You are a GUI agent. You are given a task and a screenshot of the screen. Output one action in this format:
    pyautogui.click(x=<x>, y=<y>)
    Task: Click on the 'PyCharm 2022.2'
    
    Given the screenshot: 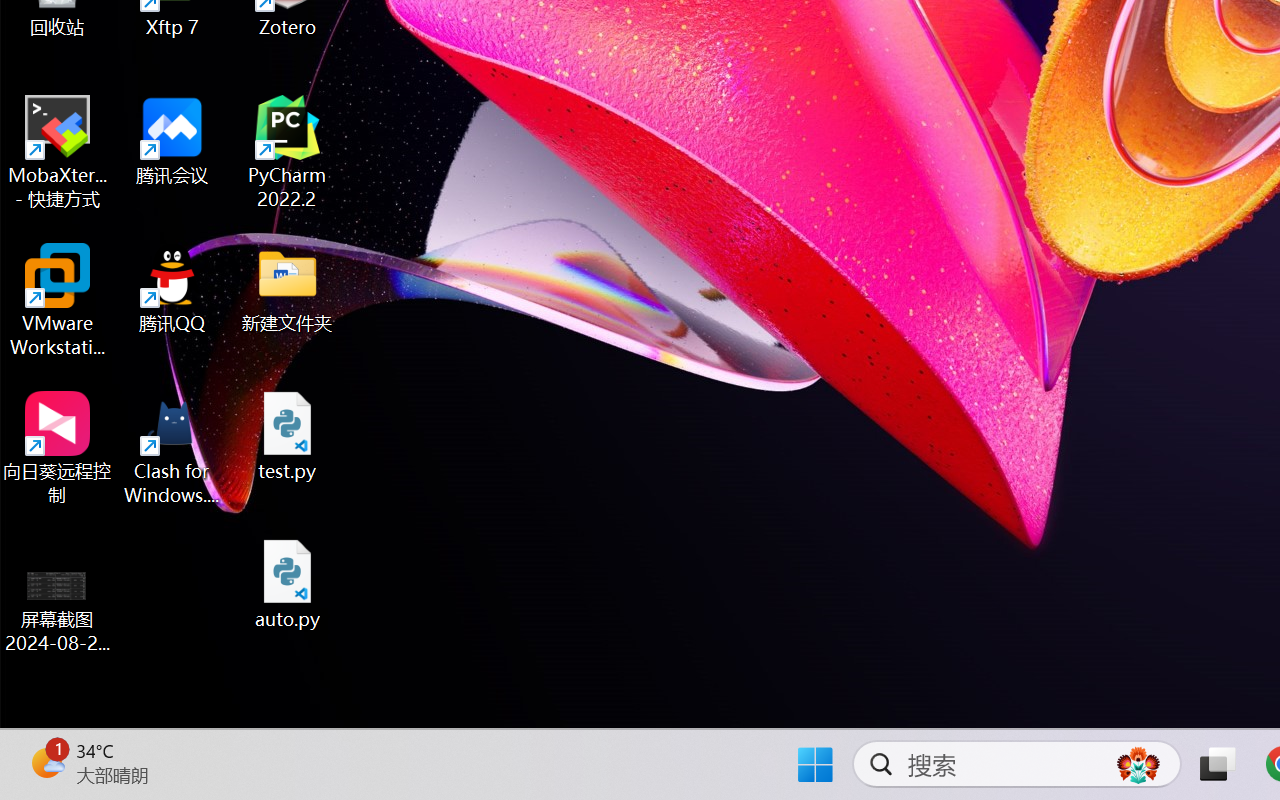 What is the action you would take?
    pyautogui.click(x=287, y=152)
    